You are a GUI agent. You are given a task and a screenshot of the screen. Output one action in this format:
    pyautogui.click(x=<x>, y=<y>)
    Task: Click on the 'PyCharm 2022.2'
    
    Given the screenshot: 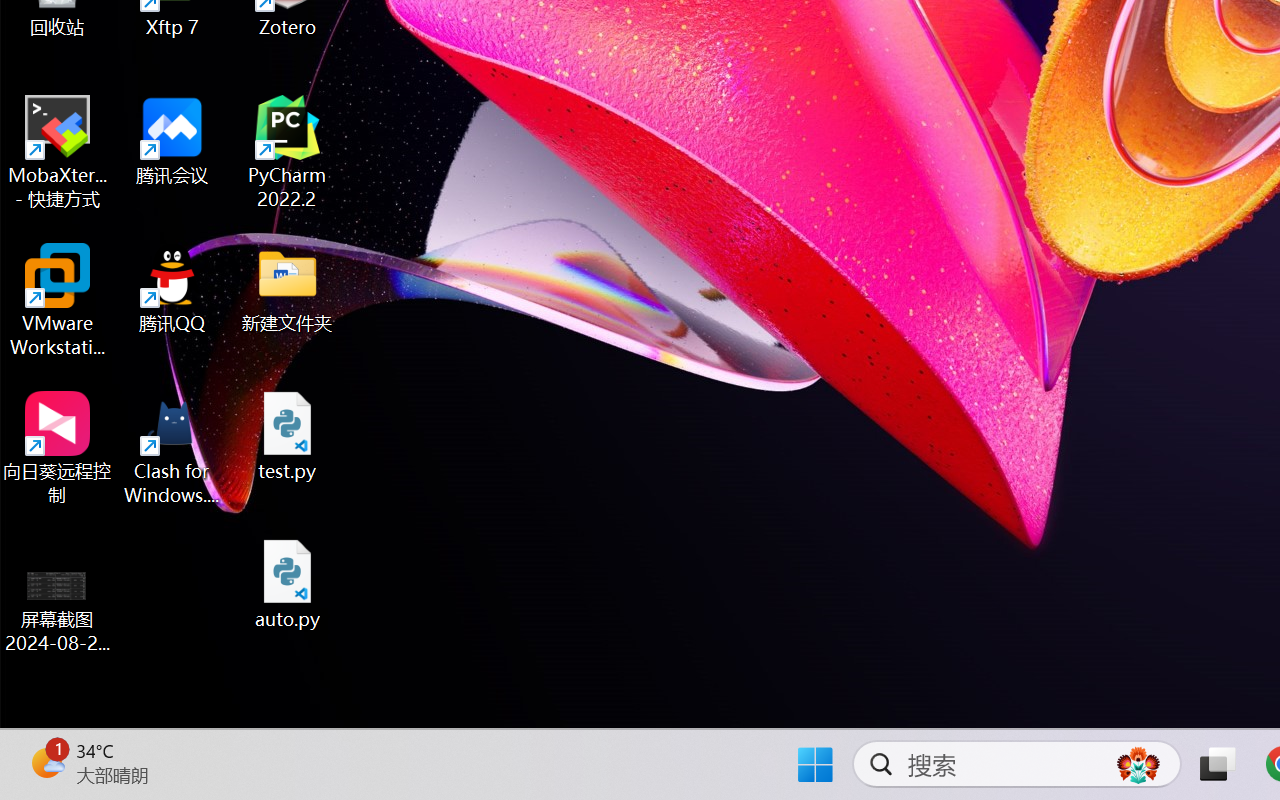 What is the action you would take?
    pyautogui.click(x=287, y=152)
    